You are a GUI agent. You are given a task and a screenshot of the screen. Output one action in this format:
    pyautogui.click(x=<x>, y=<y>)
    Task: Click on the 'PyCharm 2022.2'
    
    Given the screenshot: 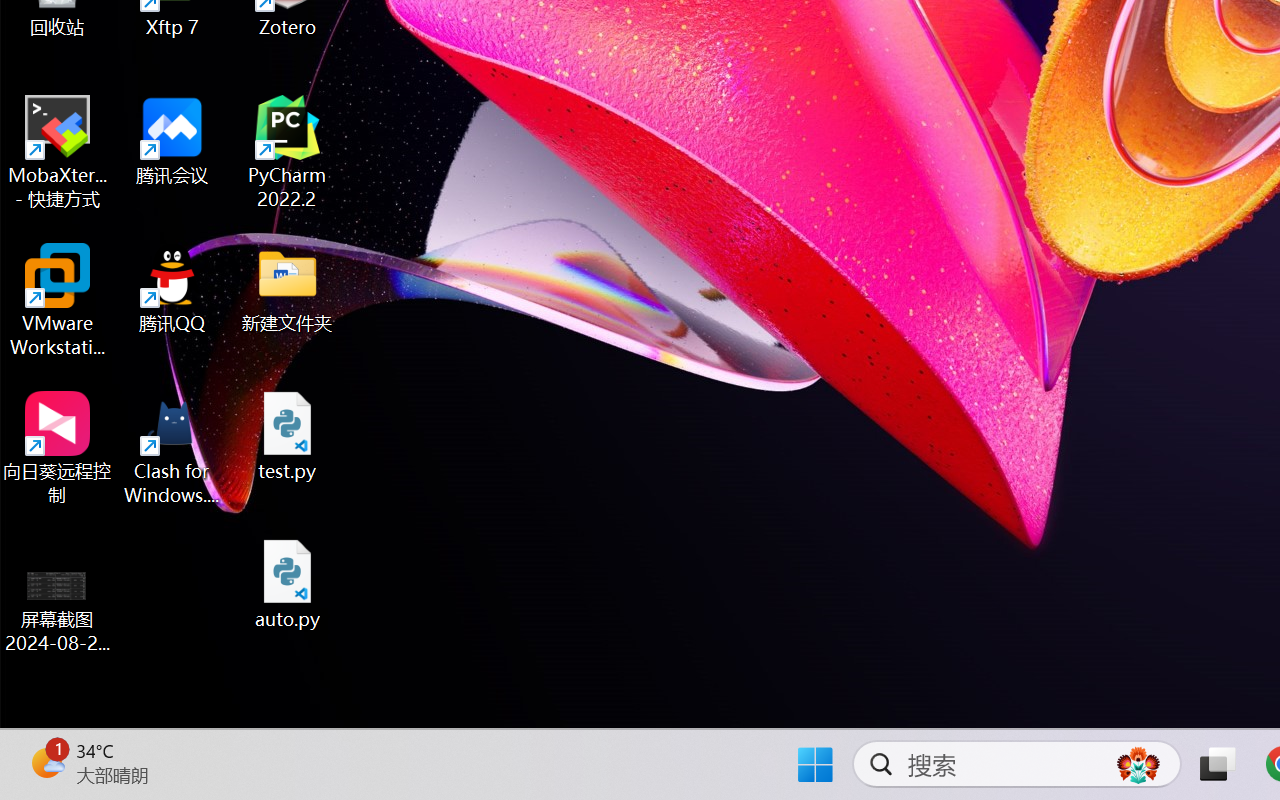 What is the action you would take?
    pyautogui.click(x=287, y=152)
    